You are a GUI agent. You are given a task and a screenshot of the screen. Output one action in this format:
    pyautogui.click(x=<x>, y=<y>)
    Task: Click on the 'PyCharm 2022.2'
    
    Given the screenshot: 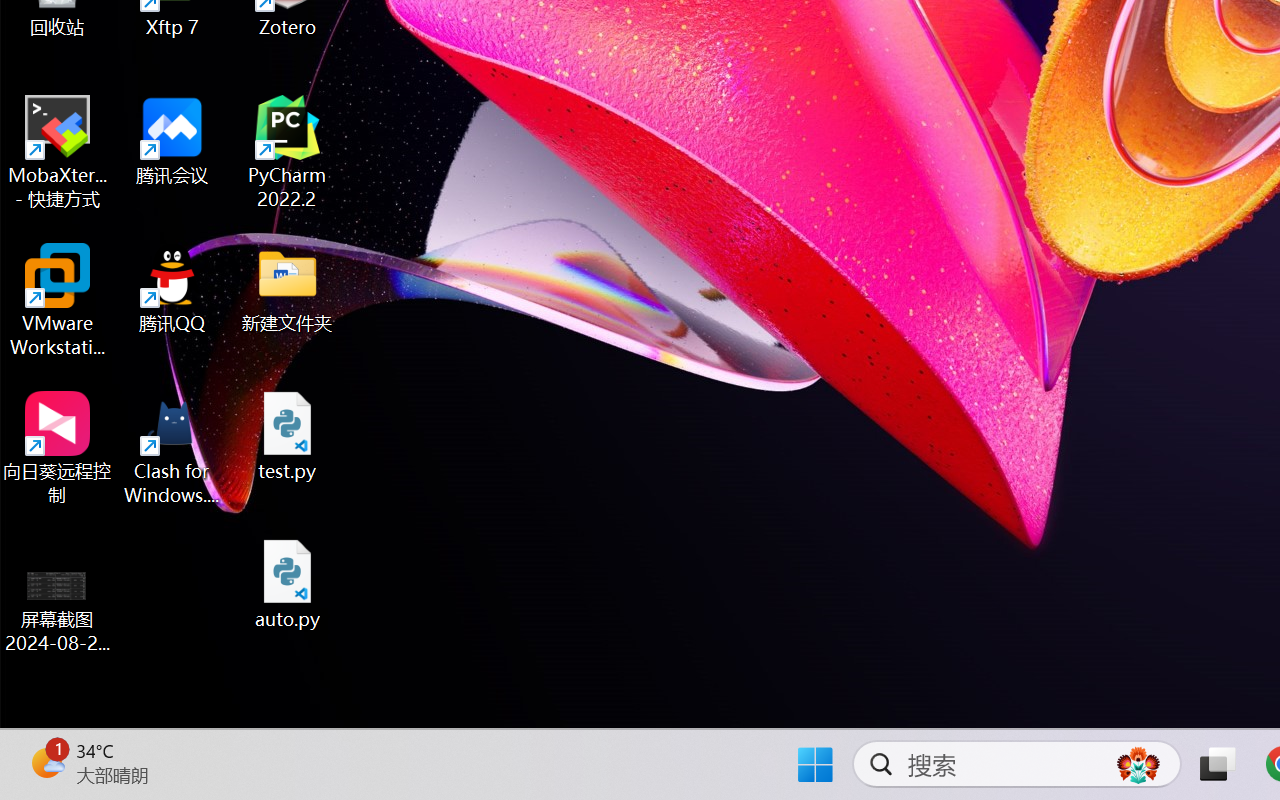 What is the action you would take?
    pyautogui.click(x=287, y=152)
    